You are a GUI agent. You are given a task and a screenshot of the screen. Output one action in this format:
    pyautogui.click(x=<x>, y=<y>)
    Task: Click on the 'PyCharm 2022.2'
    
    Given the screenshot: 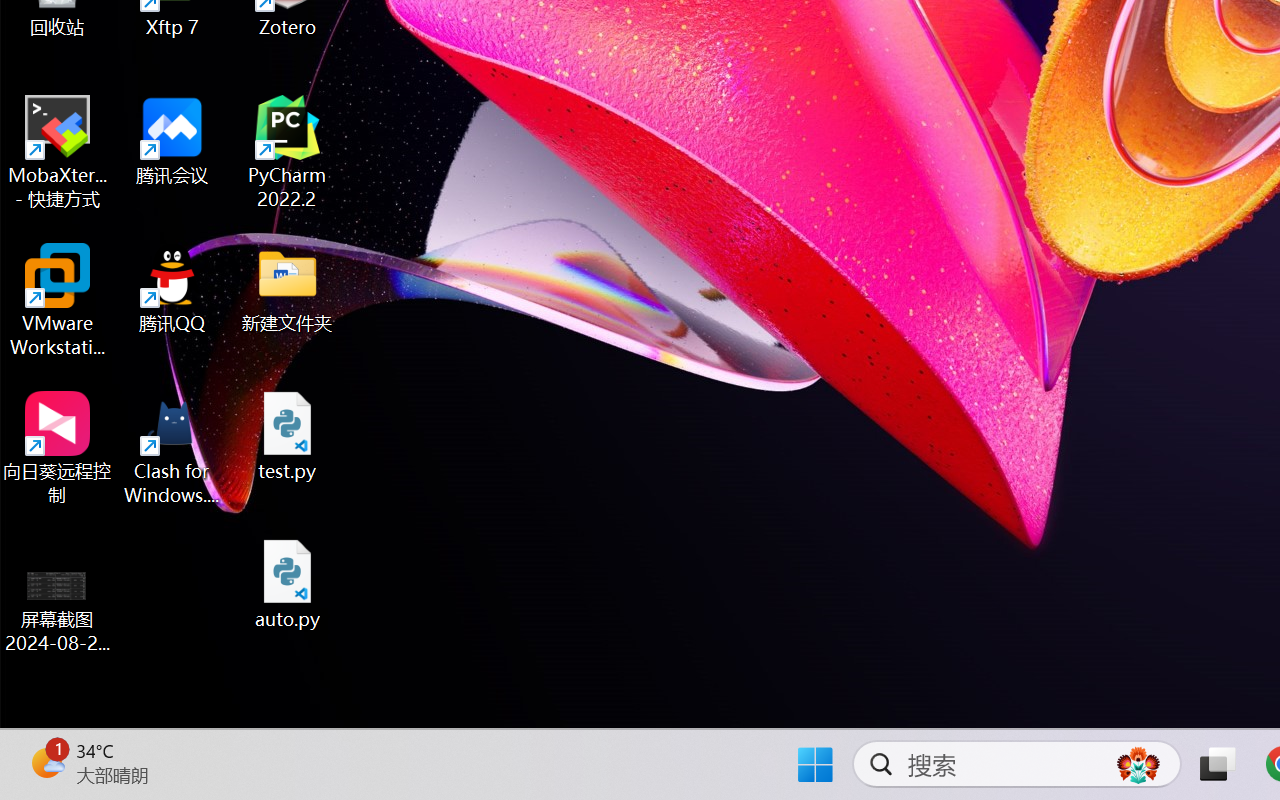 What is the action you would take?
    pyautogui.click(x=287, y=152)
    